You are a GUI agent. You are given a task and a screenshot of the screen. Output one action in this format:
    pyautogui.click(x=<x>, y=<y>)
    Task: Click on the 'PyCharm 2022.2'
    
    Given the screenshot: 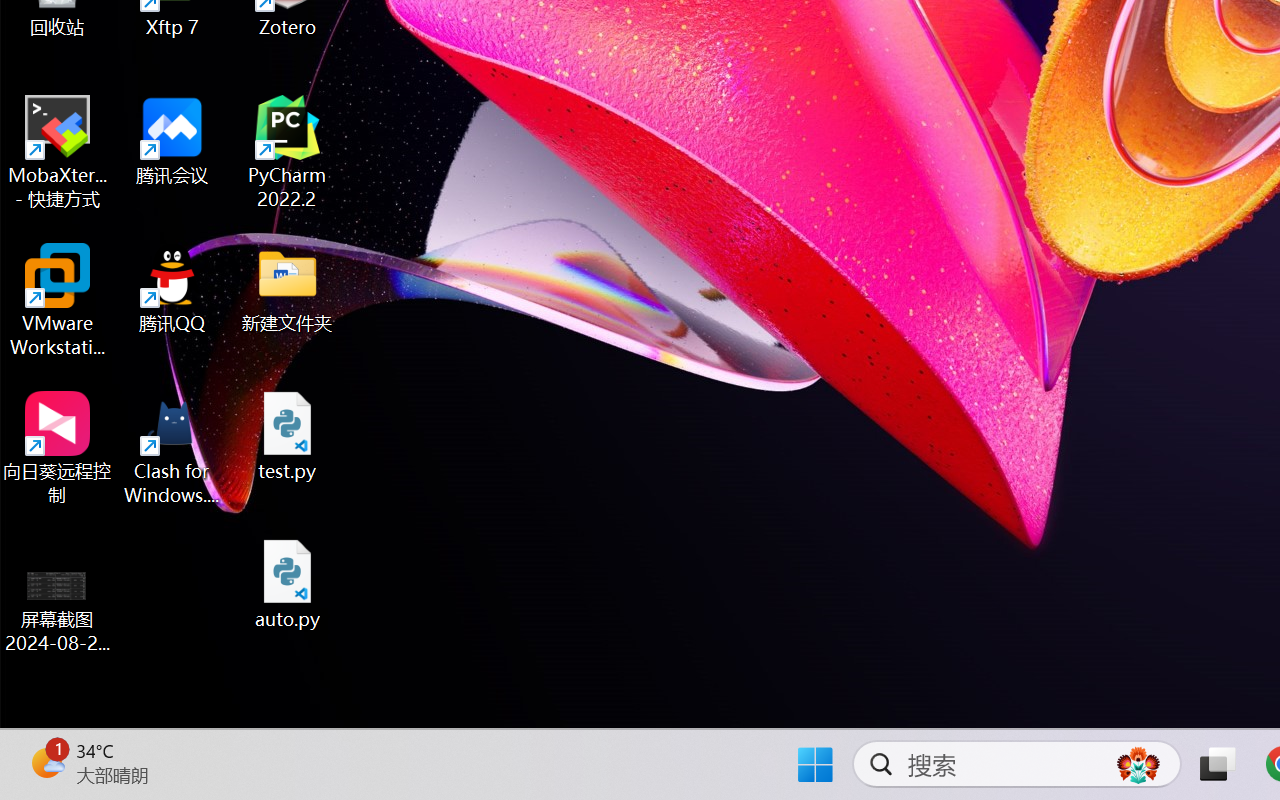 What is the action you would take?
    pyautogui.click(x=287, y=152)
    